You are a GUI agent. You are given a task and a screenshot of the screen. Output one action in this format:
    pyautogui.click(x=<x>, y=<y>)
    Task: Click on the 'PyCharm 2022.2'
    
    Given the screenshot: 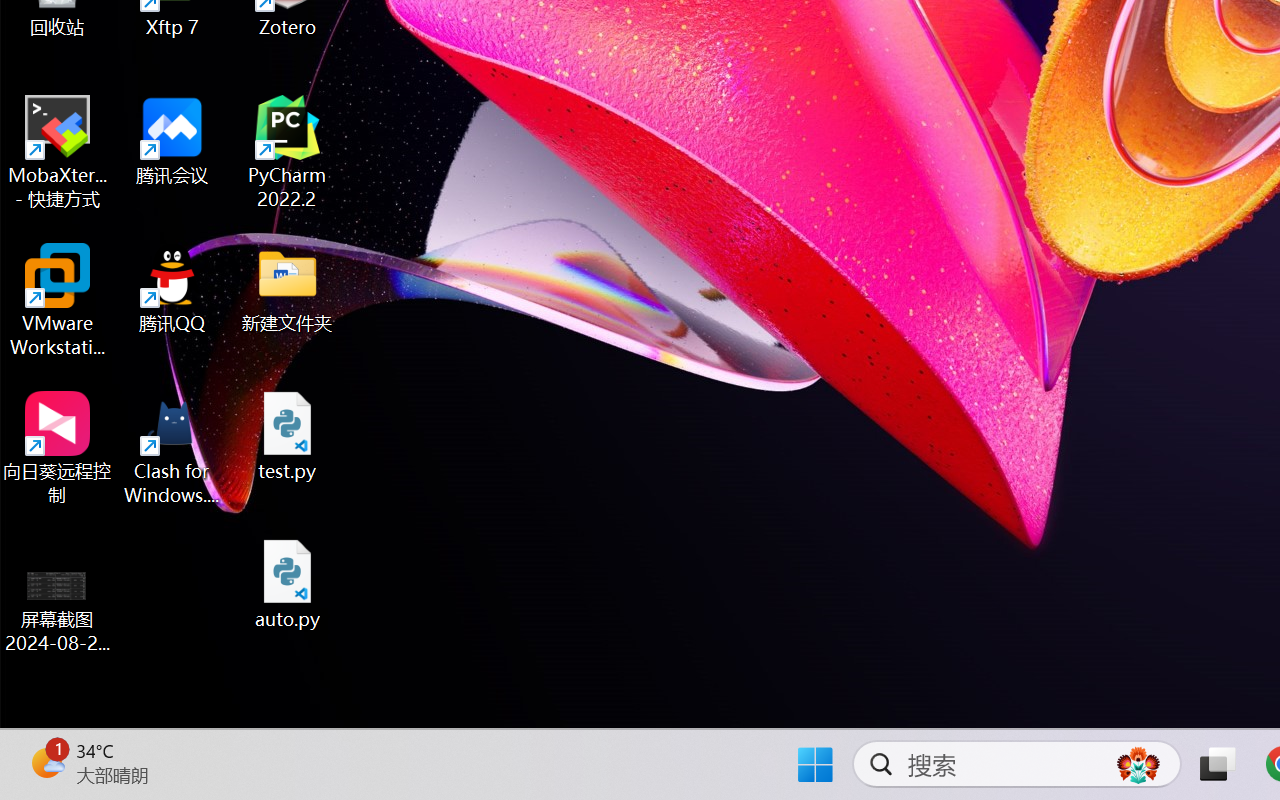 What is the action you would take?
    pyautogui.click(x=287, y=152)
    